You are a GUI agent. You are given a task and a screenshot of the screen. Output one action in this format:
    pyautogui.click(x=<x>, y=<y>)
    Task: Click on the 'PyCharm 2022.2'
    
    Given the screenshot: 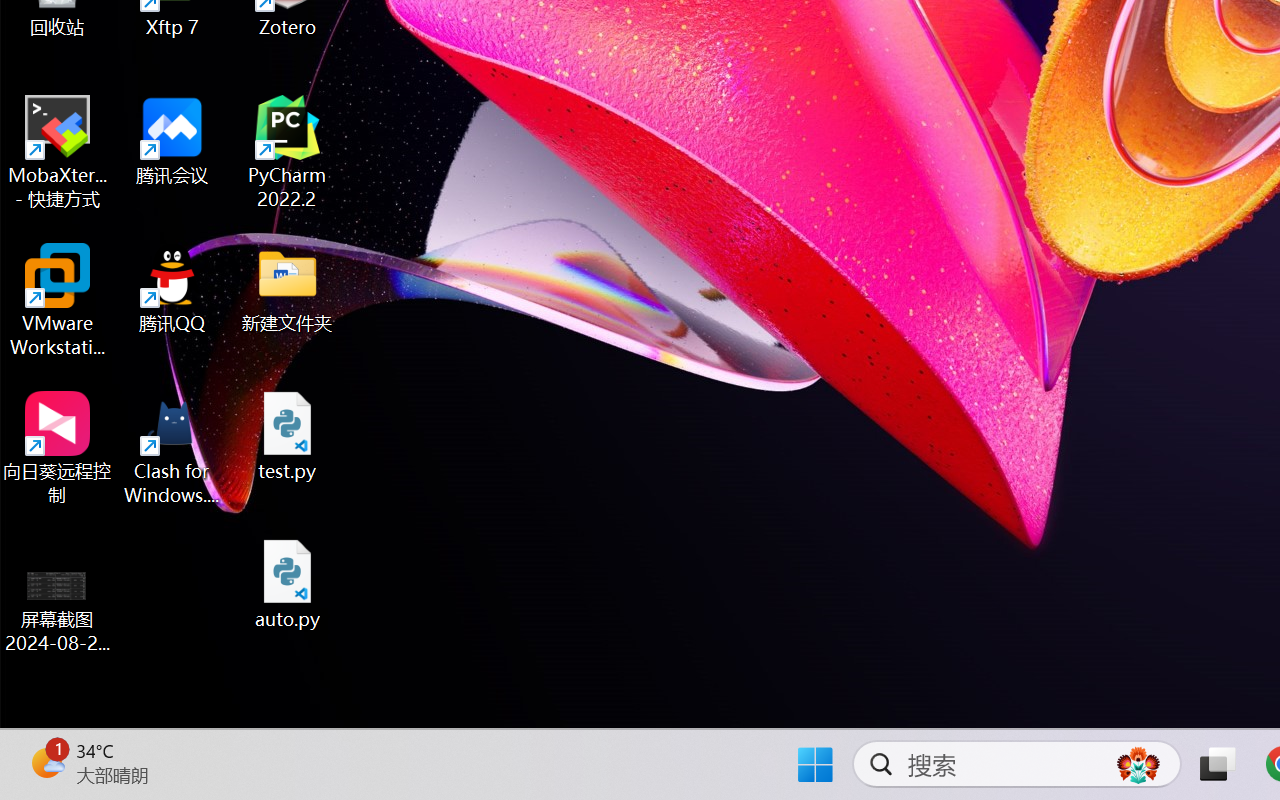 What is the action you would take?
    pyautogui.click(x=287, y=152)
    